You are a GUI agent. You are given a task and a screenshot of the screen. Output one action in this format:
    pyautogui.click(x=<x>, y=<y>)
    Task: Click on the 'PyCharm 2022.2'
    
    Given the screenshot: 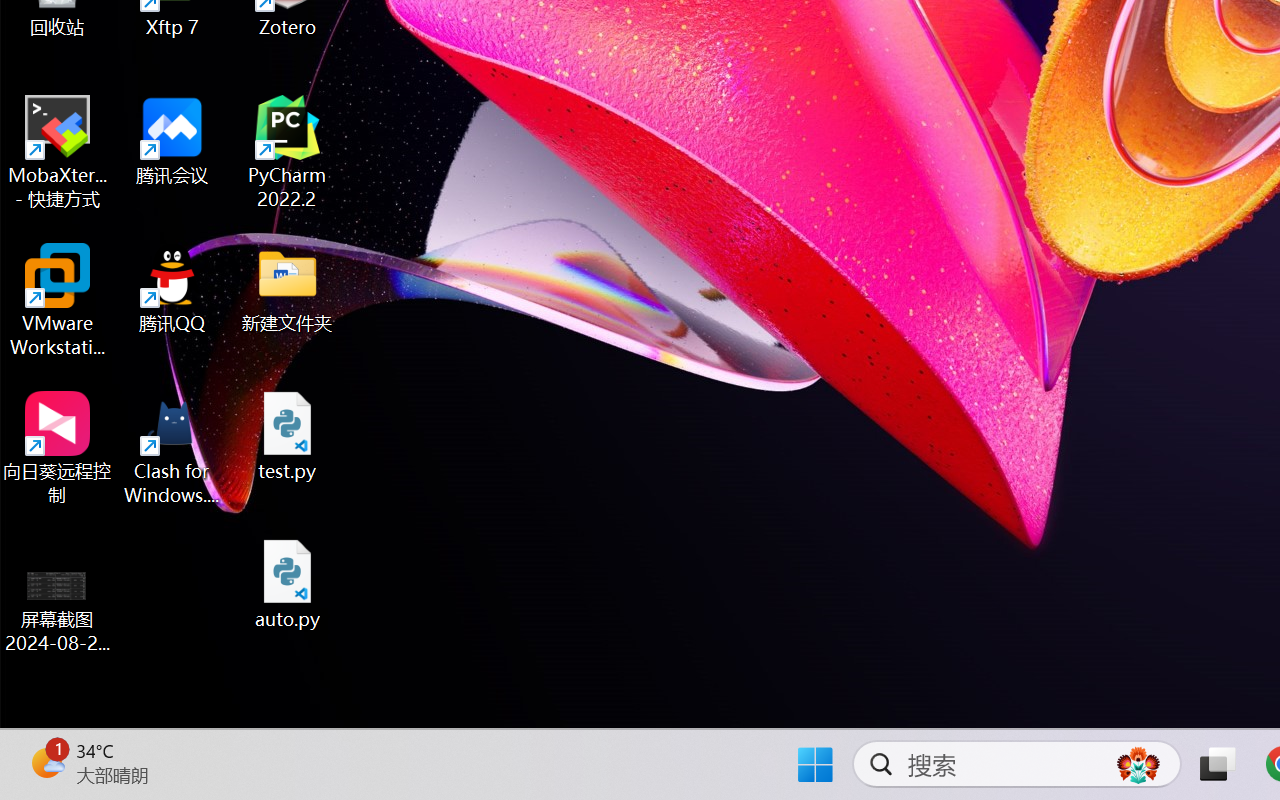 What is the action you would take?
    pyautogui.click(x=287, y=152)
    